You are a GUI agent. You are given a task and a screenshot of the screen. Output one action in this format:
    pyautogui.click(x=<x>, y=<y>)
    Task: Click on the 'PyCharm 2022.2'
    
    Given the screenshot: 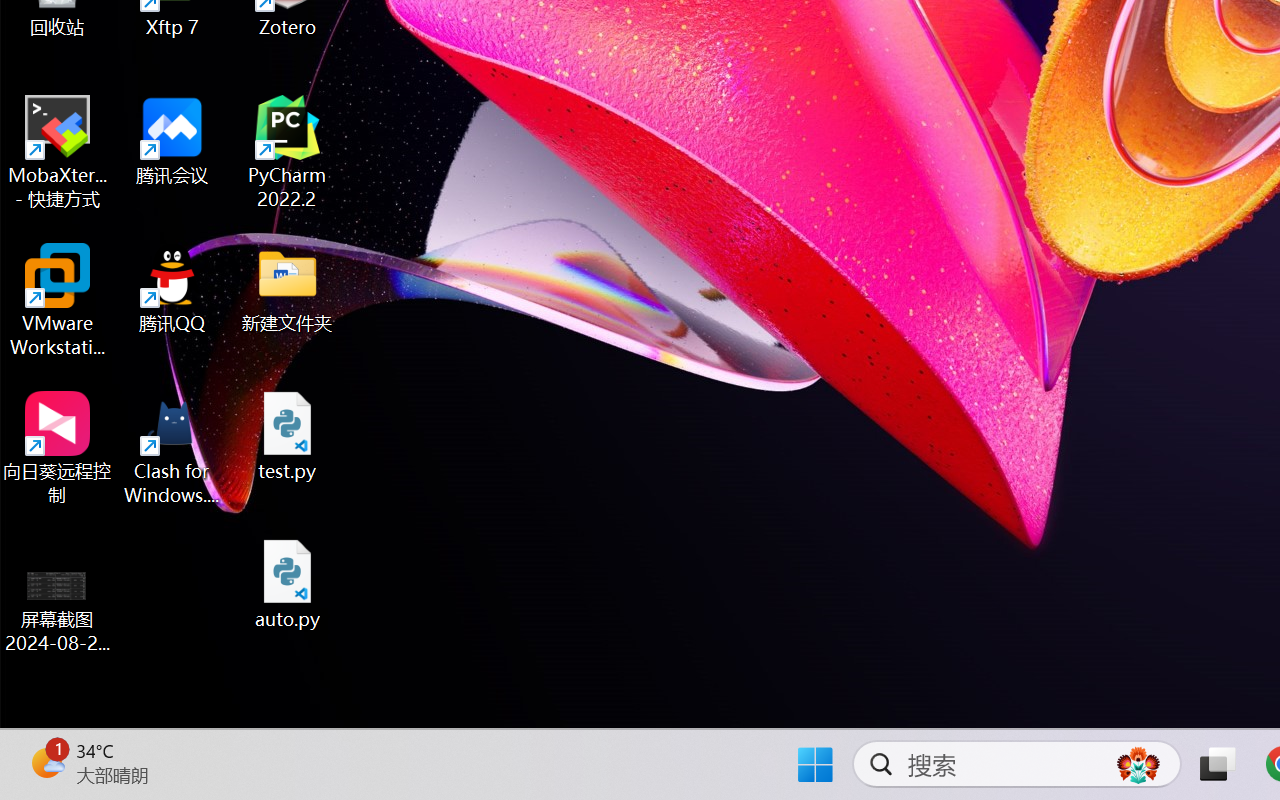 What is the action you would take?
    pyautogui.click(x=287, y=152)
    